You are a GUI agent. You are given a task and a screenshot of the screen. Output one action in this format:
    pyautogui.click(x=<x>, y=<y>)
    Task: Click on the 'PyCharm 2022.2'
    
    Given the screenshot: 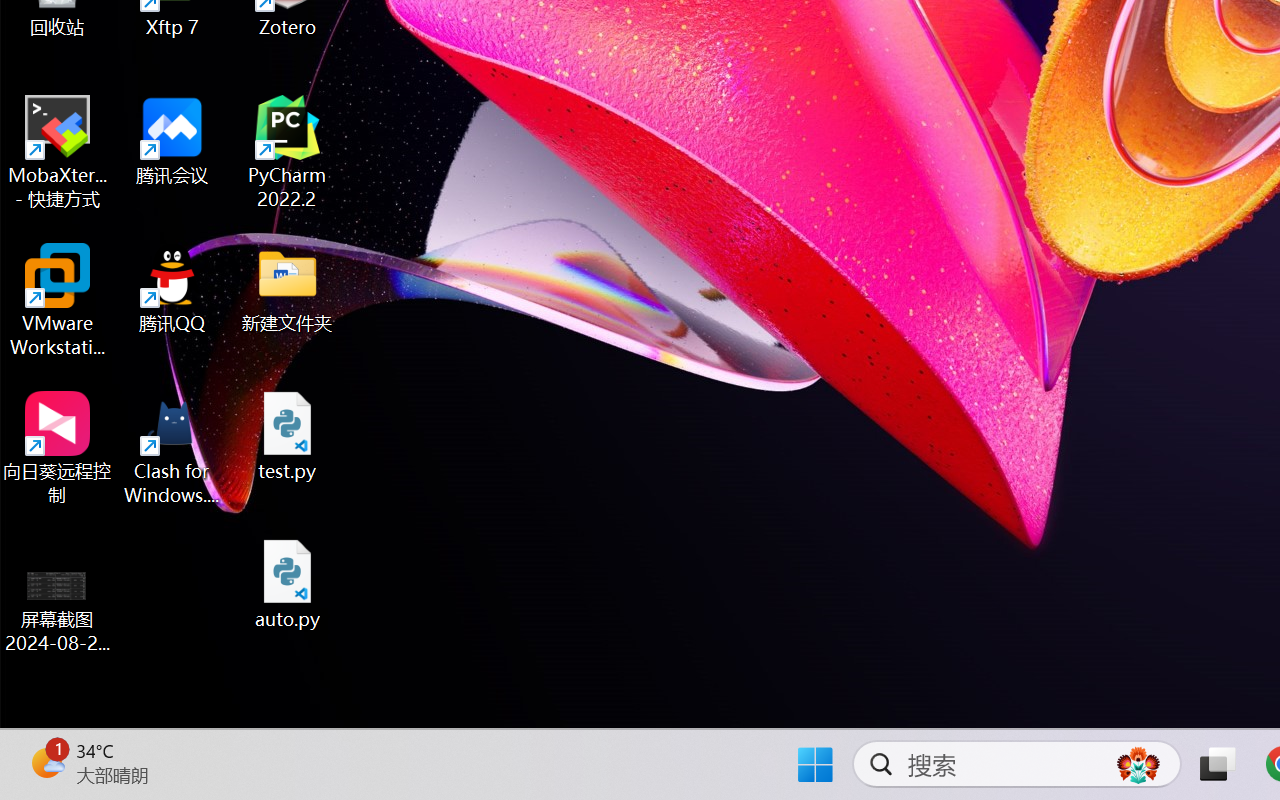 What is the action you would take?
    pyautogui.click(x=287, y=152)
    